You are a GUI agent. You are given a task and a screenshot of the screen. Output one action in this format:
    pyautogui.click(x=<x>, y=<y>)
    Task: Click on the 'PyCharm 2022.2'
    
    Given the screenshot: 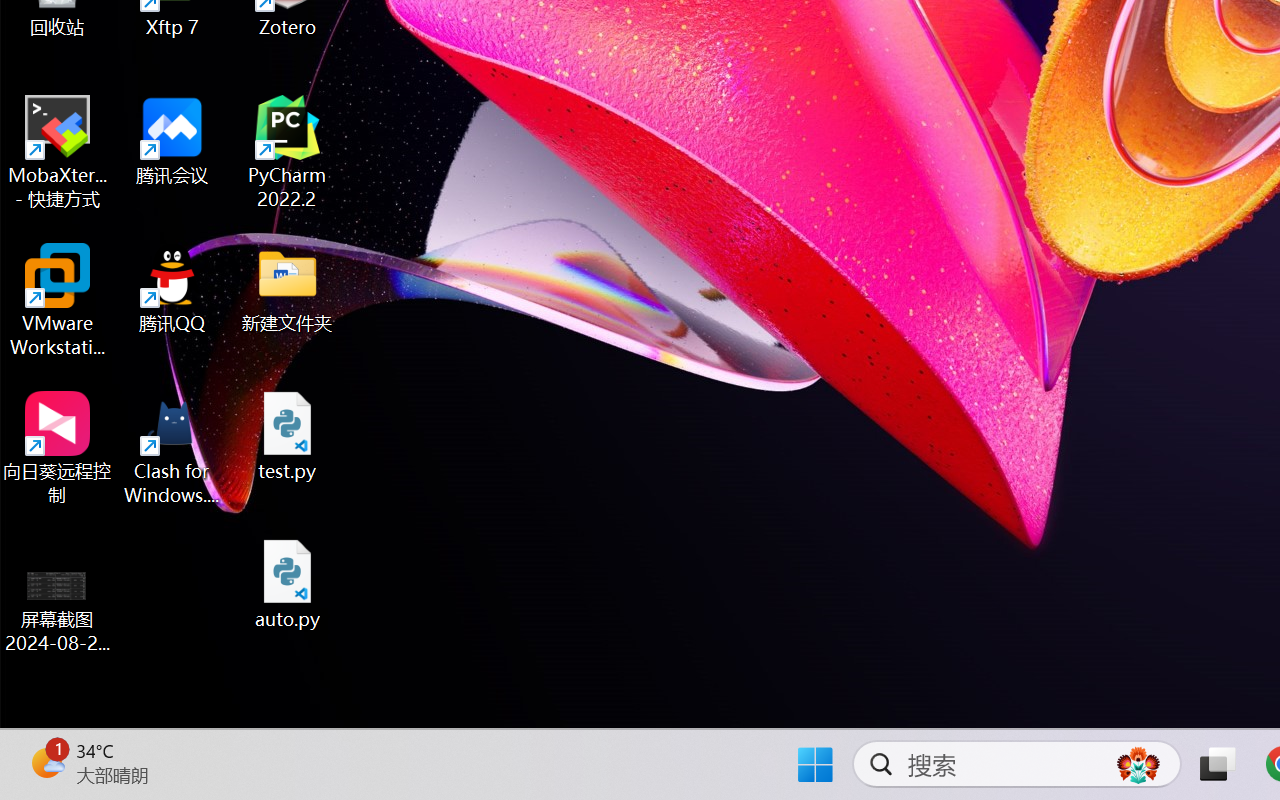 What is the action you would take?
    pyautogui.click(x=287, y=152)
    